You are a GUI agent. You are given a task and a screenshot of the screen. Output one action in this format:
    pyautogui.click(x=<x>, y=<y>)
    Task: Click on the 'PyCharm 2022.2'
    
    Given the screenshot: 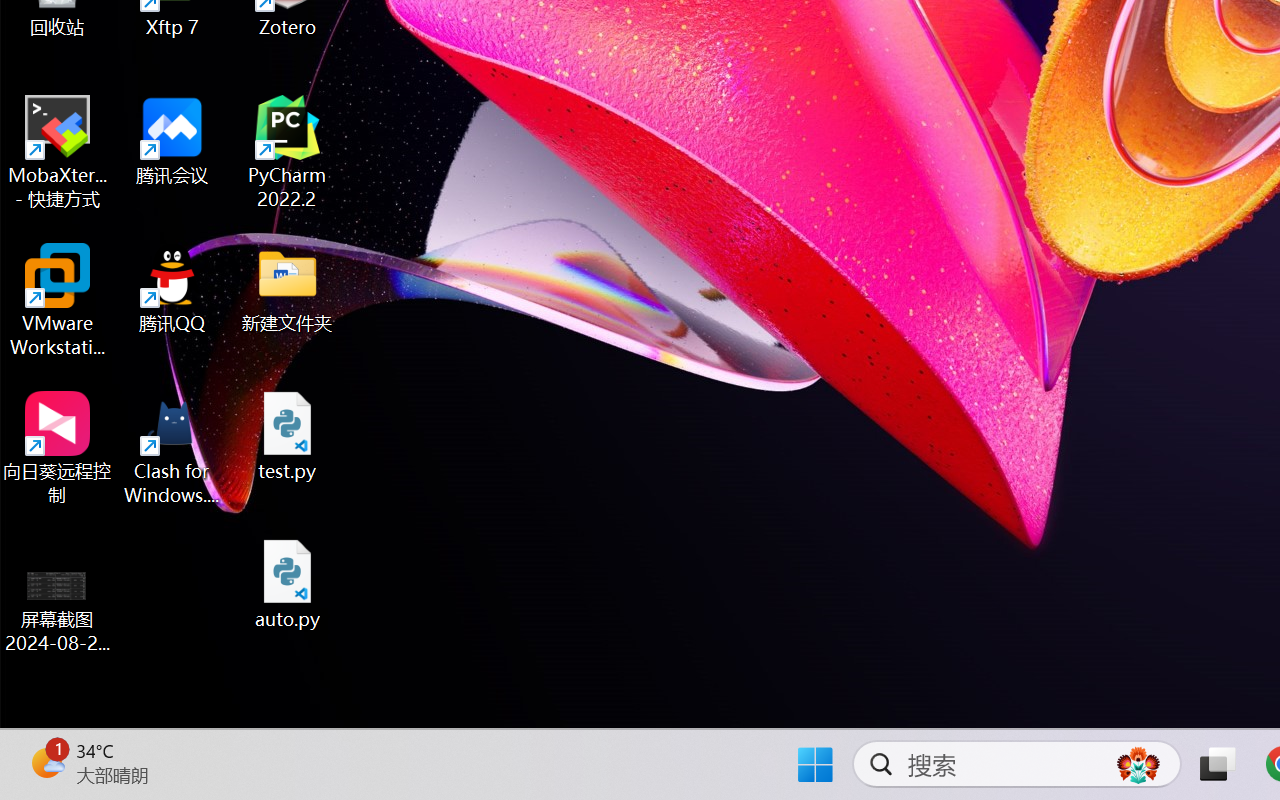 What is the action you would take?
    pyautogui.click(x=287, y=152)
    